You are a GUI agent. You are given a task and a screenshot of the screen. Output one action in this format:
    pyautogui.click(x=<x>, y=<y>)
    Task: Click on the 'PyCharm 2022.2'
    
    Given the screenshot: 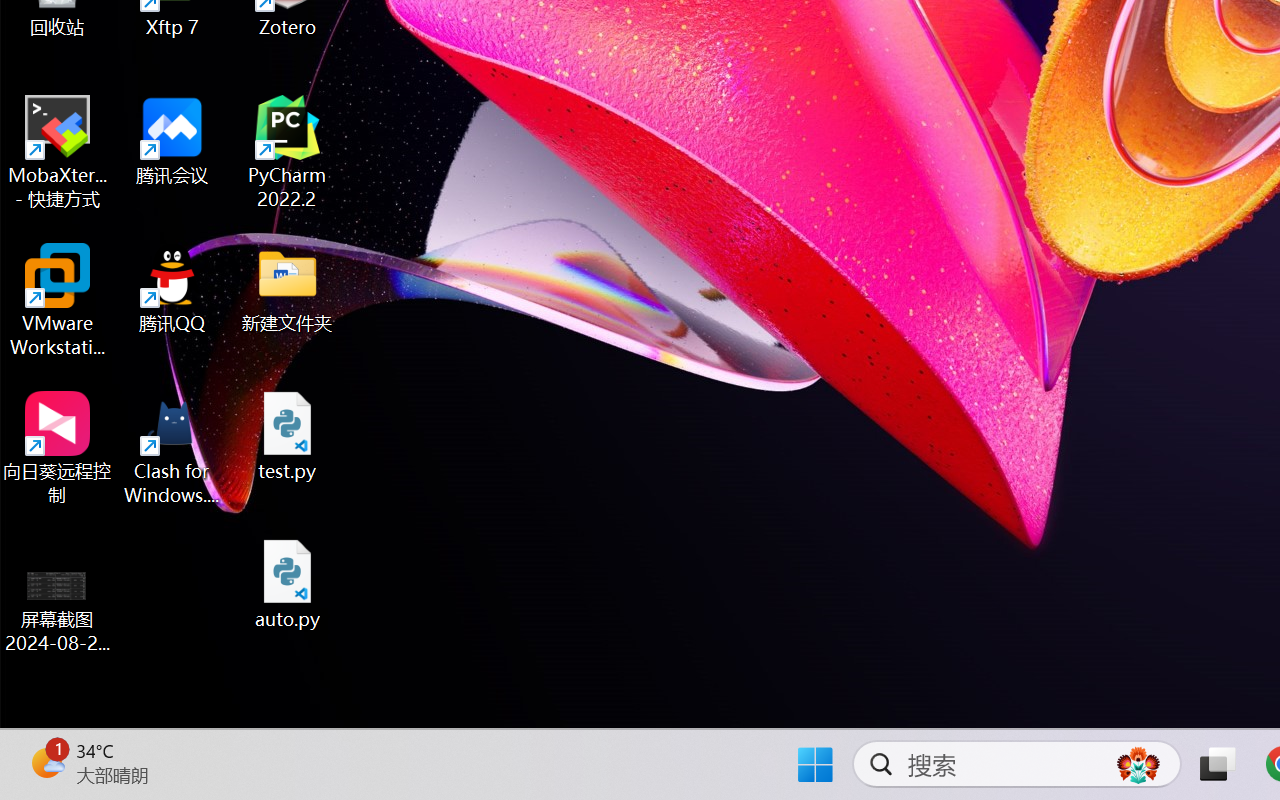 What is the action you would take?
    pyautogui.click(x=287, y=152)
    